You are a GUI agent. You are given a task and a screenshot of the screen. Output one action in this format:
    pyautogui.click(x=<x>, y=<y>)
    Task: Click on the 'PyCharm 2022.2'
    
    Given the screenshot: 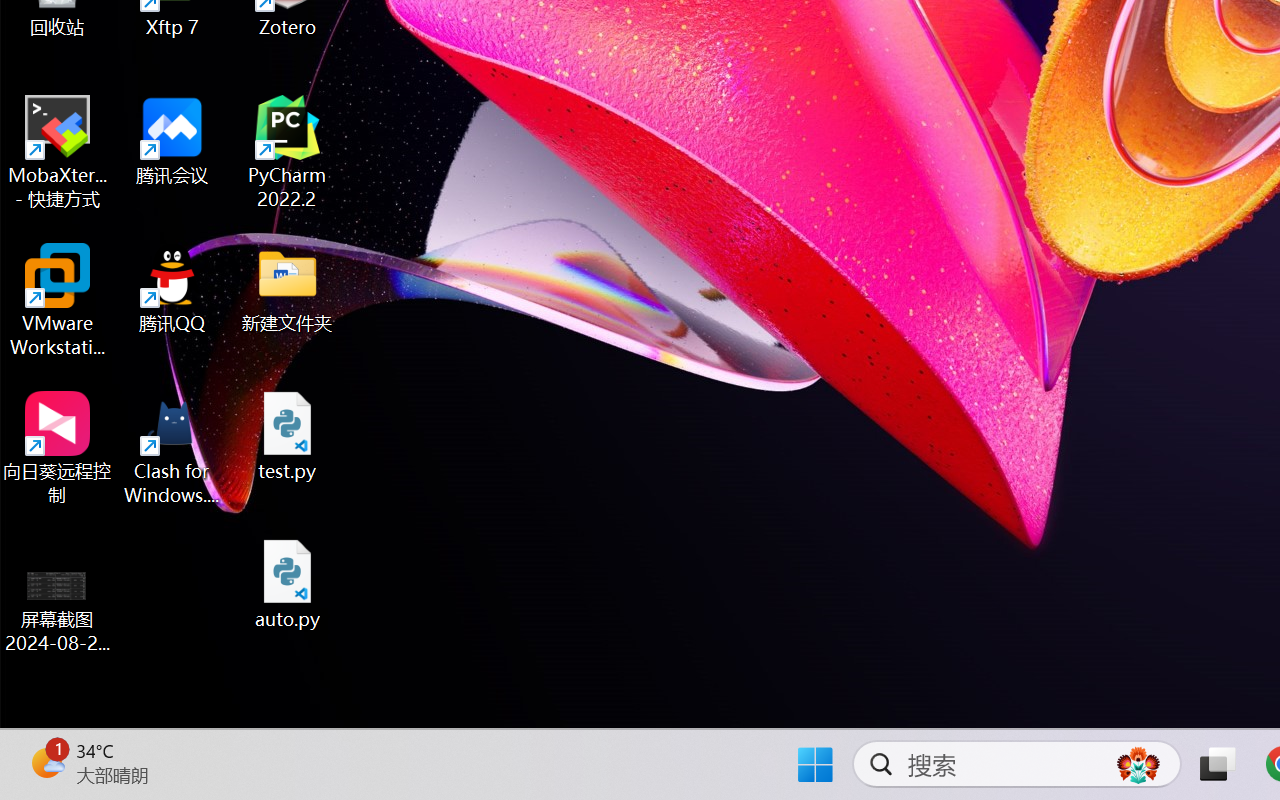 What is the action you would take?
    pyautogui.click(x=287, y=152)
    